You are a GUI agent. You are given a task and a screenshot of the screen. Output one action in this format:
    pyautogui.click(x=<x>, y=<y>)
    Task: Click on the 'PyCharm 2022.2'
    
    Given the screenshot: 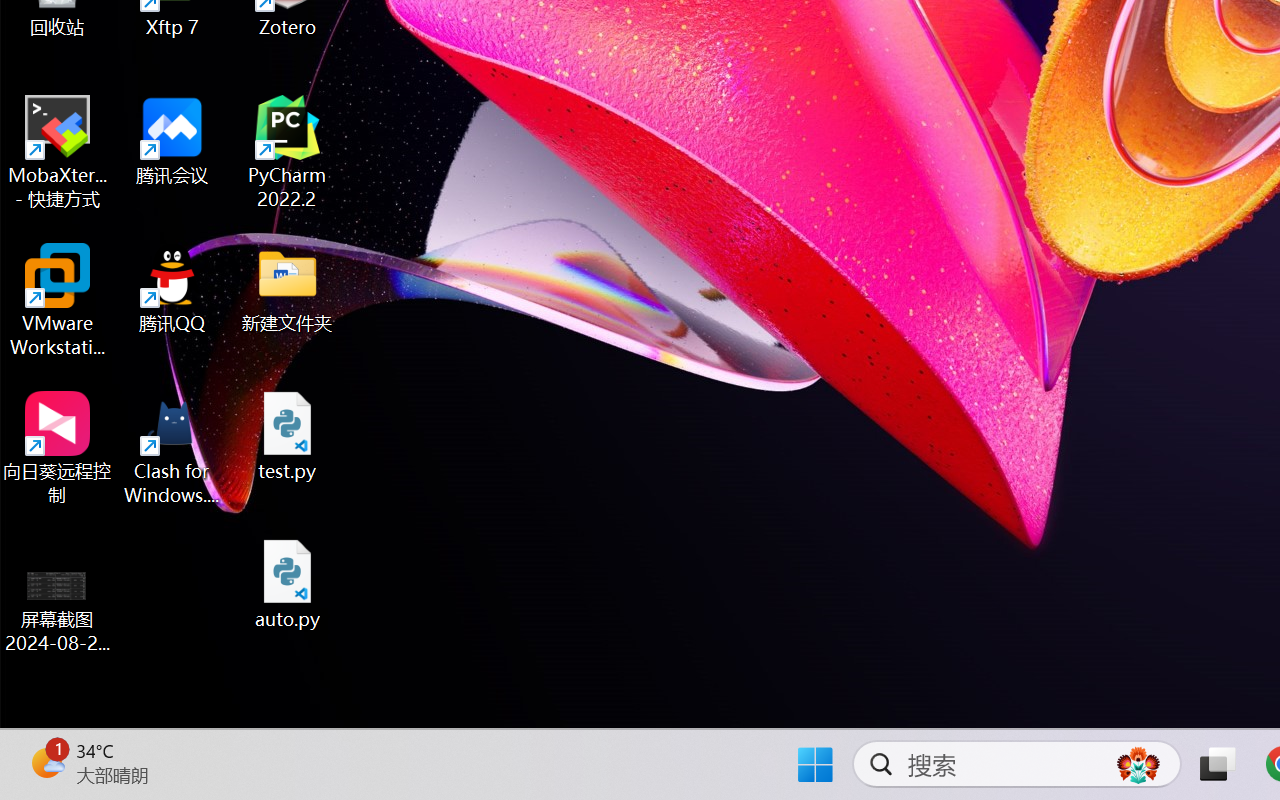 What is the action you would take?
    pyautogui.click(x=287, y=152)
    